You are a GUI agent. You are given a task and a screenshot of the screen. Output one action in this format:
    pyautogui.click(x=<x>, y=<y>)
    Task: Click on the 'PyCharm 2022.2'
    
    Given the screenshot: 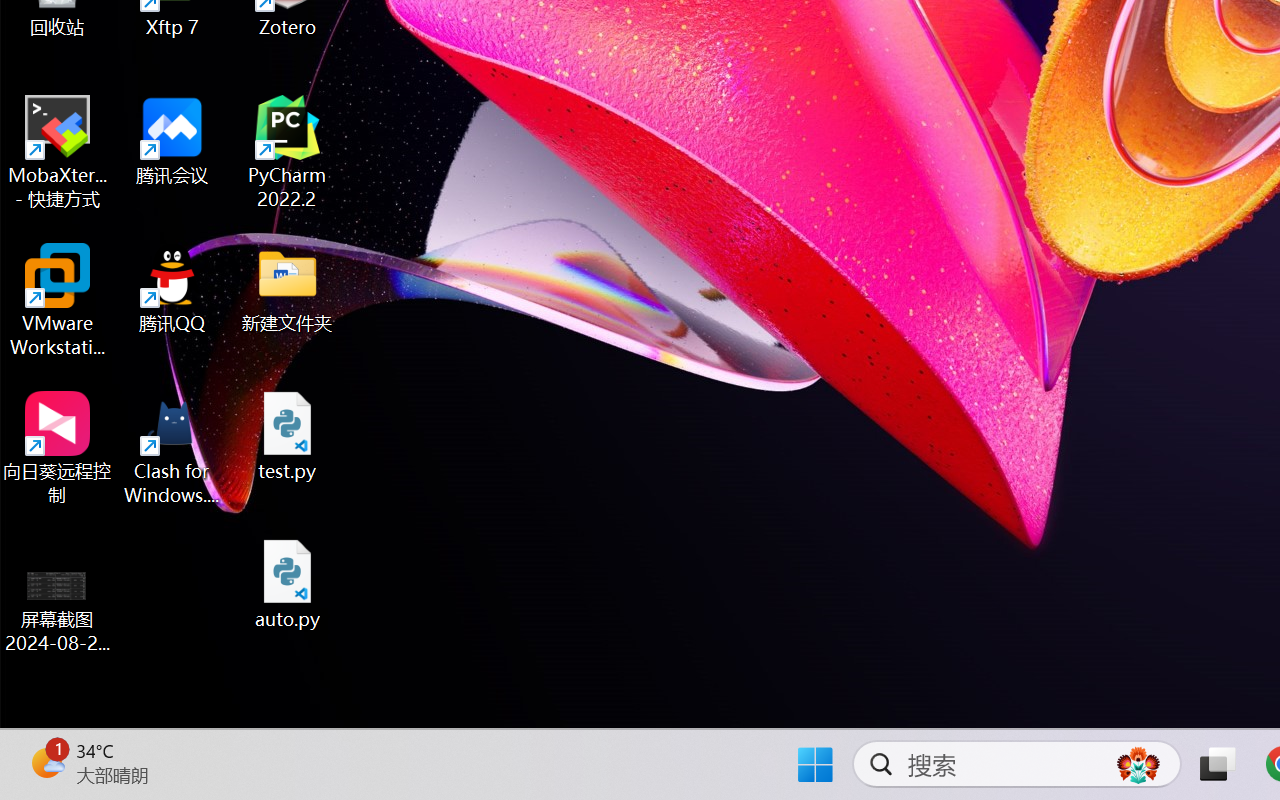 What is the action you would take?
    pyautogui.click(x=287, y=152)
    